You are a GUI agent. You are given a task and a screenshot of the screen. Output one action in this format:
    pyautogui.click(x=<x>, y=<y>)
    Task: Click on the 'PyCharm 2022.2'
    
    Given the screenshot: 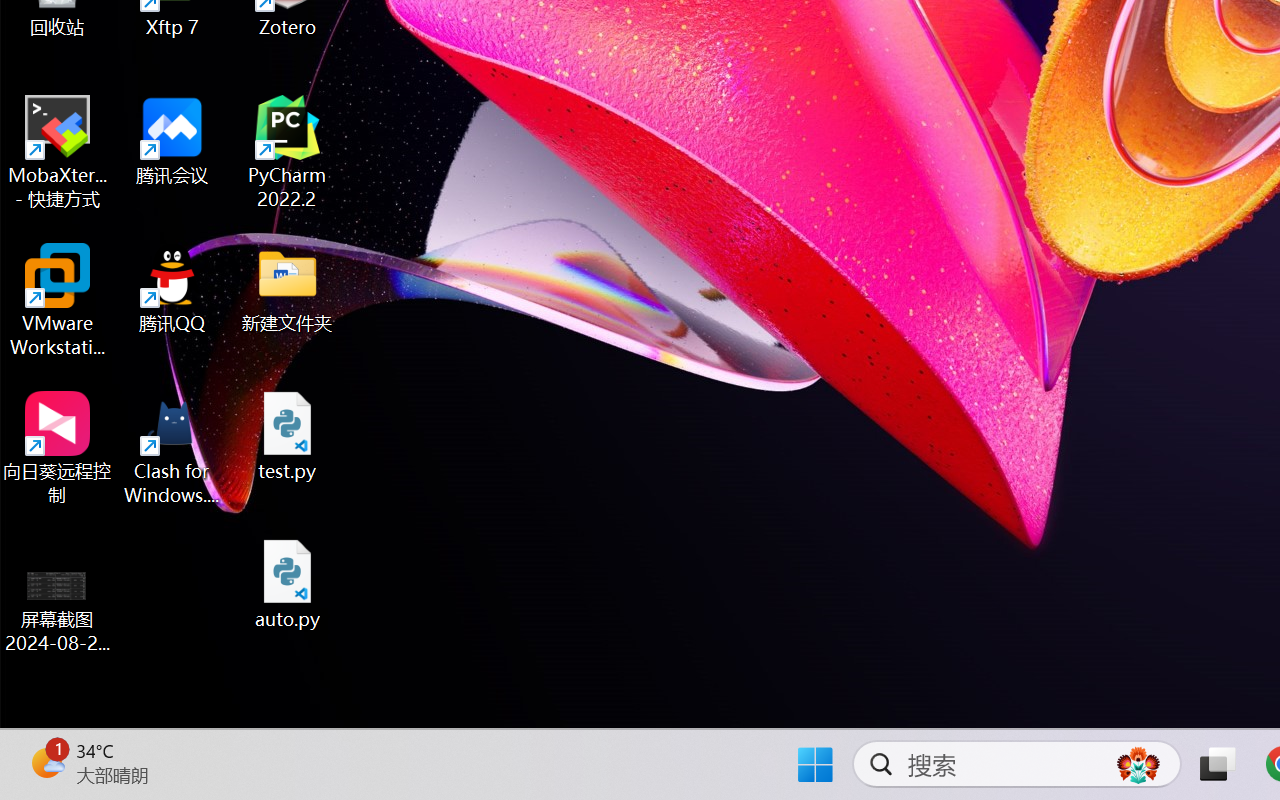 What is the action you would take?
    pyautogui.click(x=287, y=152)
    